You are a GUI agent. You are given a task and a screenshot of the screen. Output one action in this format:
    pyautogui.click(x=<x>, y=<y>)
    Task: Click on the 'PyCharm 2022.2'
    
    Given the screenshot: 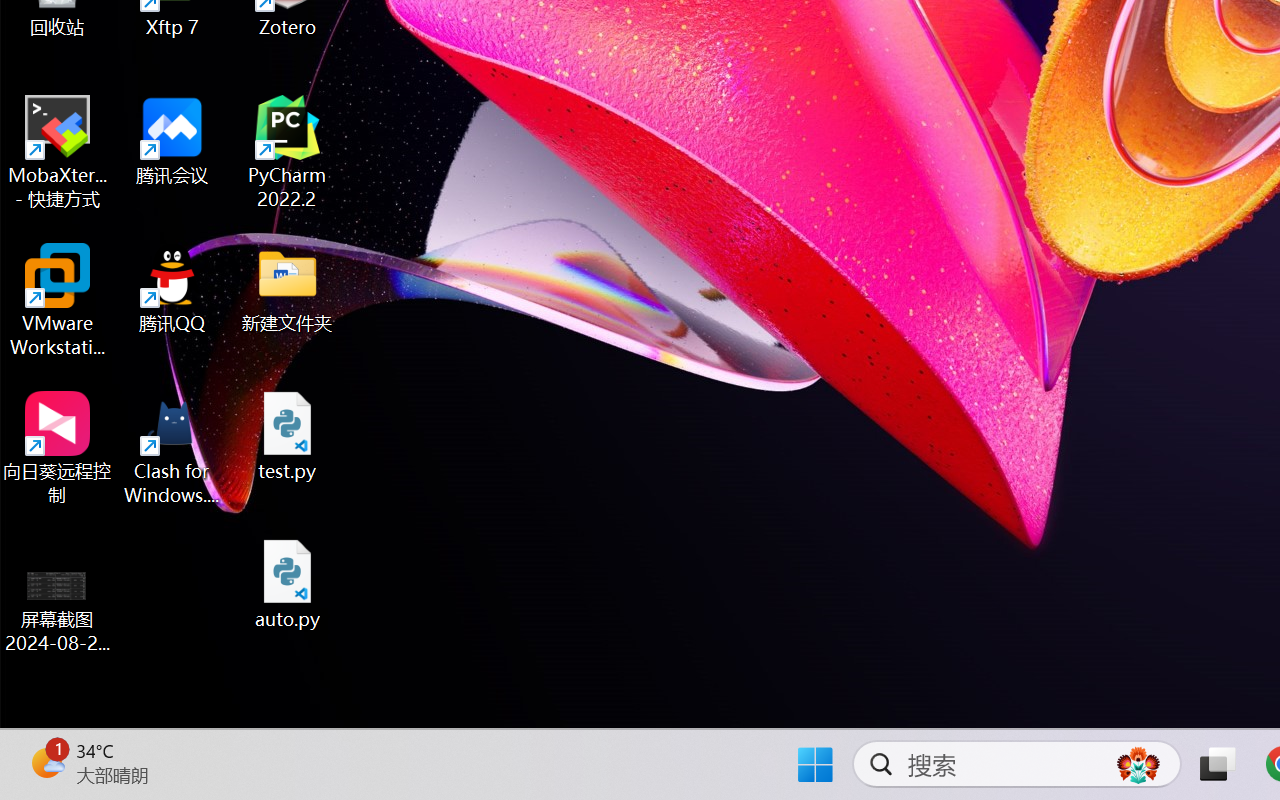 What is the action you would take?
    pyautogui.click(x=287, y=152)
    